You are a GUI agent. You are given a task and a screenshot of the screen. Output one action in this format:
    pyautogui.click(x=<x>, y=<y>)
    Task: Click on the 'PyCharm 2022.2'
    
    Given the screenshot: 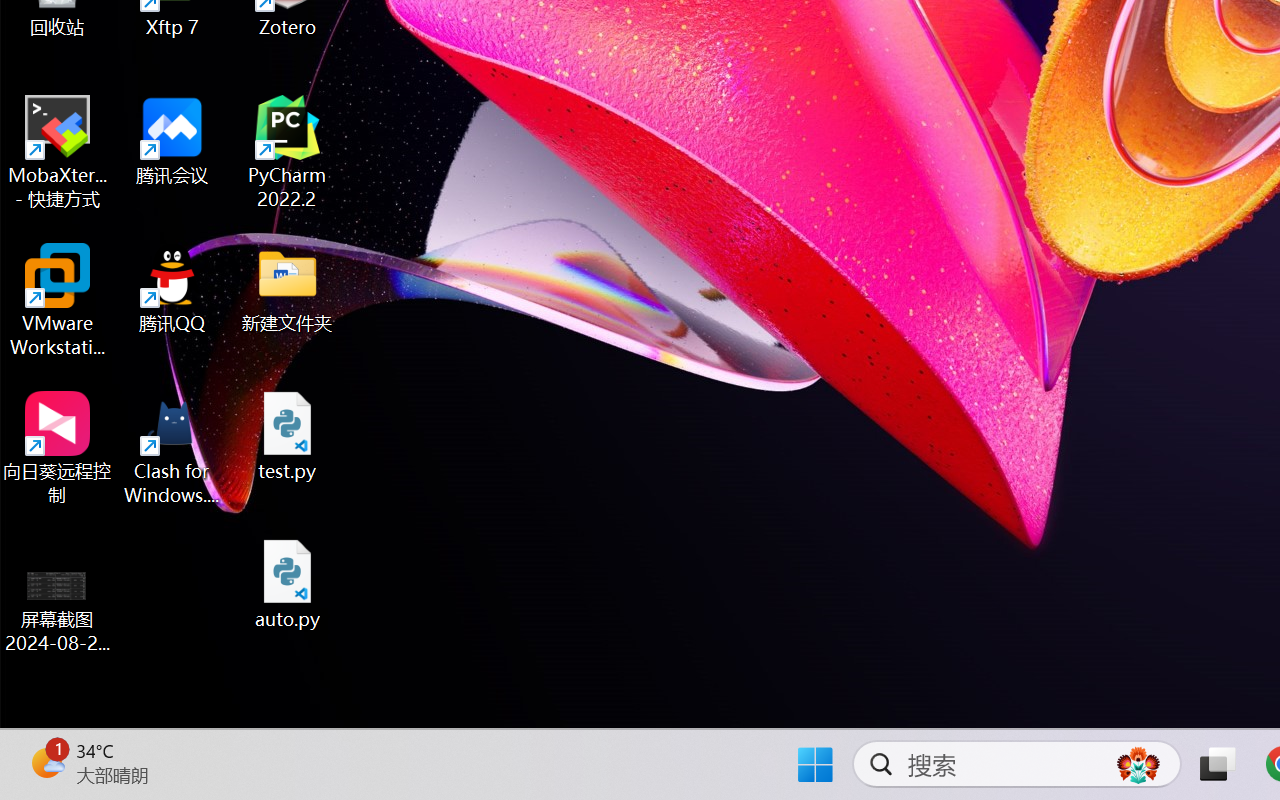 What is the action you would take?
    pyautogui.click(x=287, y=152)
    